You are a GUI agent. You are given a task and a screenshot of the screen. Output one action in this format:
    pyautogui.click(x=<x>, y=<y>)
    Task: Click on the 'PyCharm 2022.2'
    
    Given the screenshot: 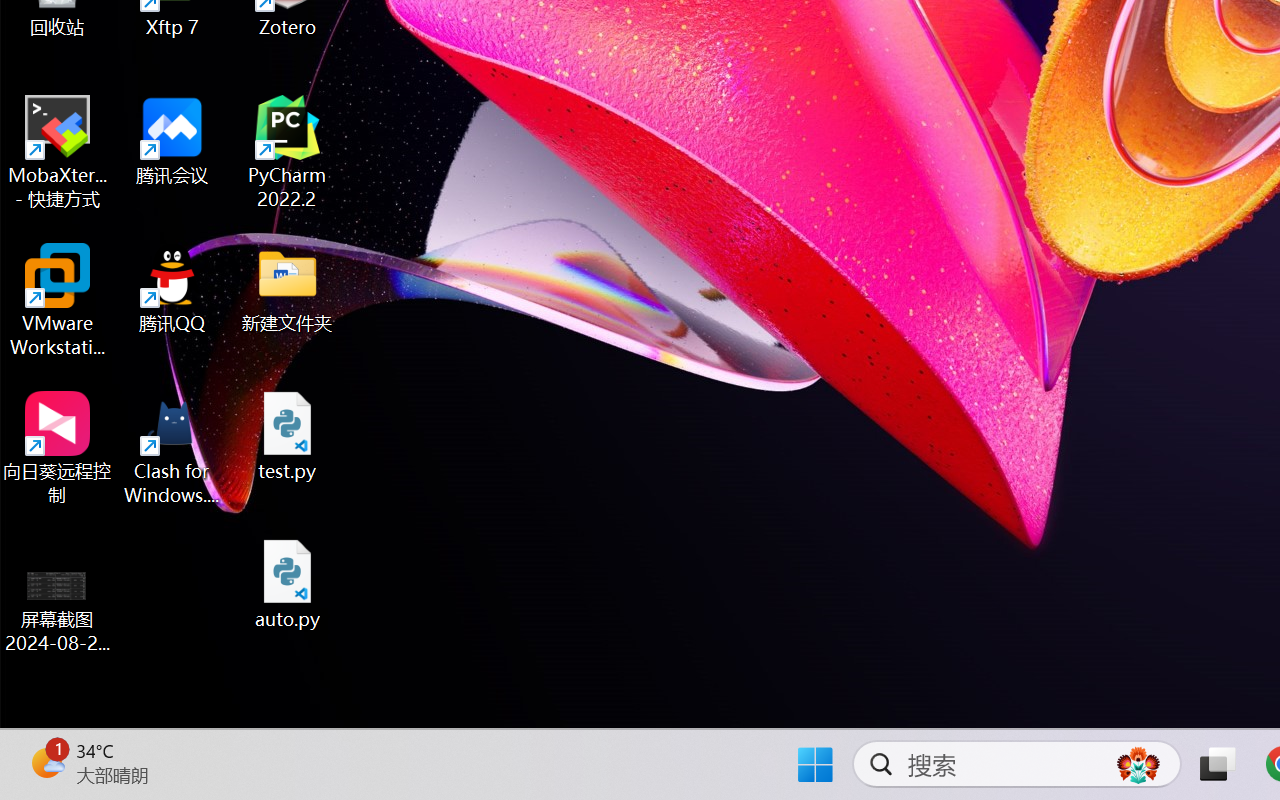 What is the action you would take?
    pyautogui.click(x=287, y=152)
    